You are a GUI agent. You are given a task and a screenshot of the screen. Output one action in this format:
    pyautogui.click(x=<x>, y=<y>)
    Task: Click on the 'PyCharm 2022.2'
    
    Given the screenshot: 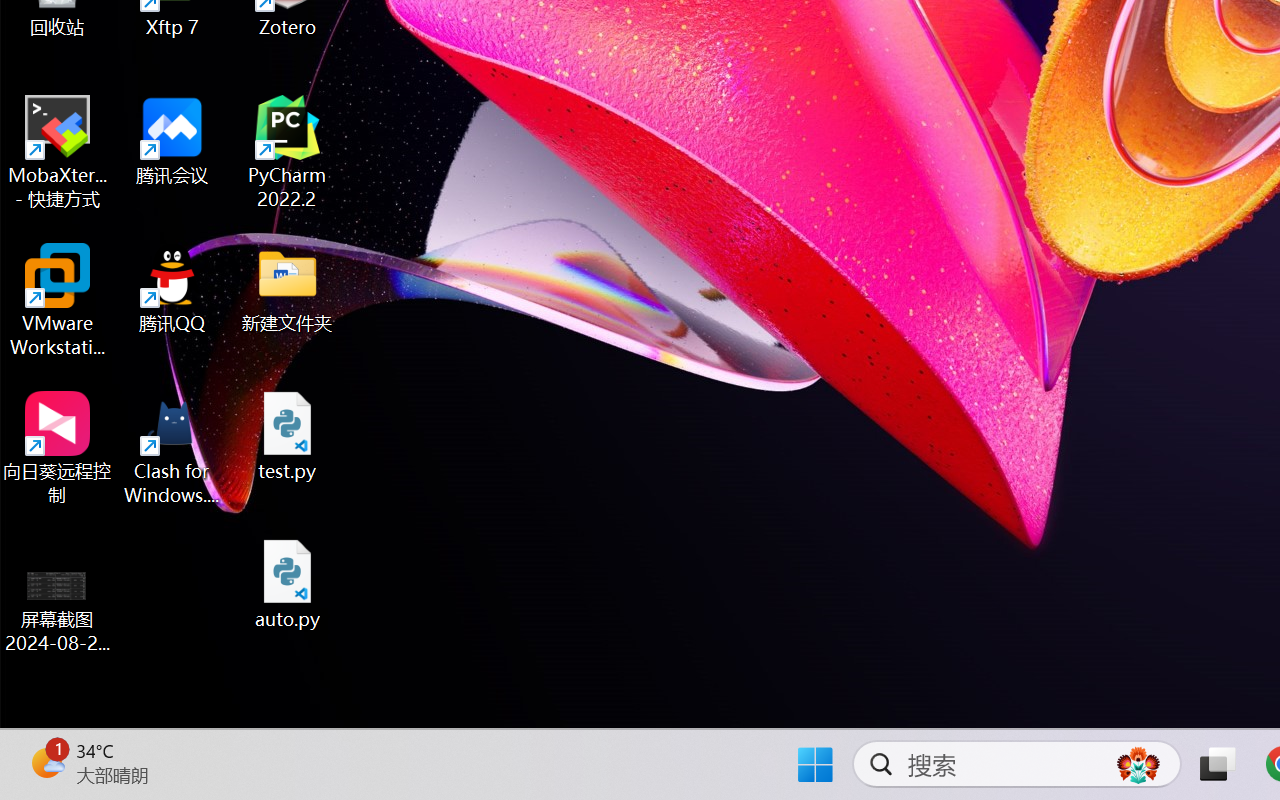 What is the action you would take?
    pyautogui.click(x=287, y=152)
    